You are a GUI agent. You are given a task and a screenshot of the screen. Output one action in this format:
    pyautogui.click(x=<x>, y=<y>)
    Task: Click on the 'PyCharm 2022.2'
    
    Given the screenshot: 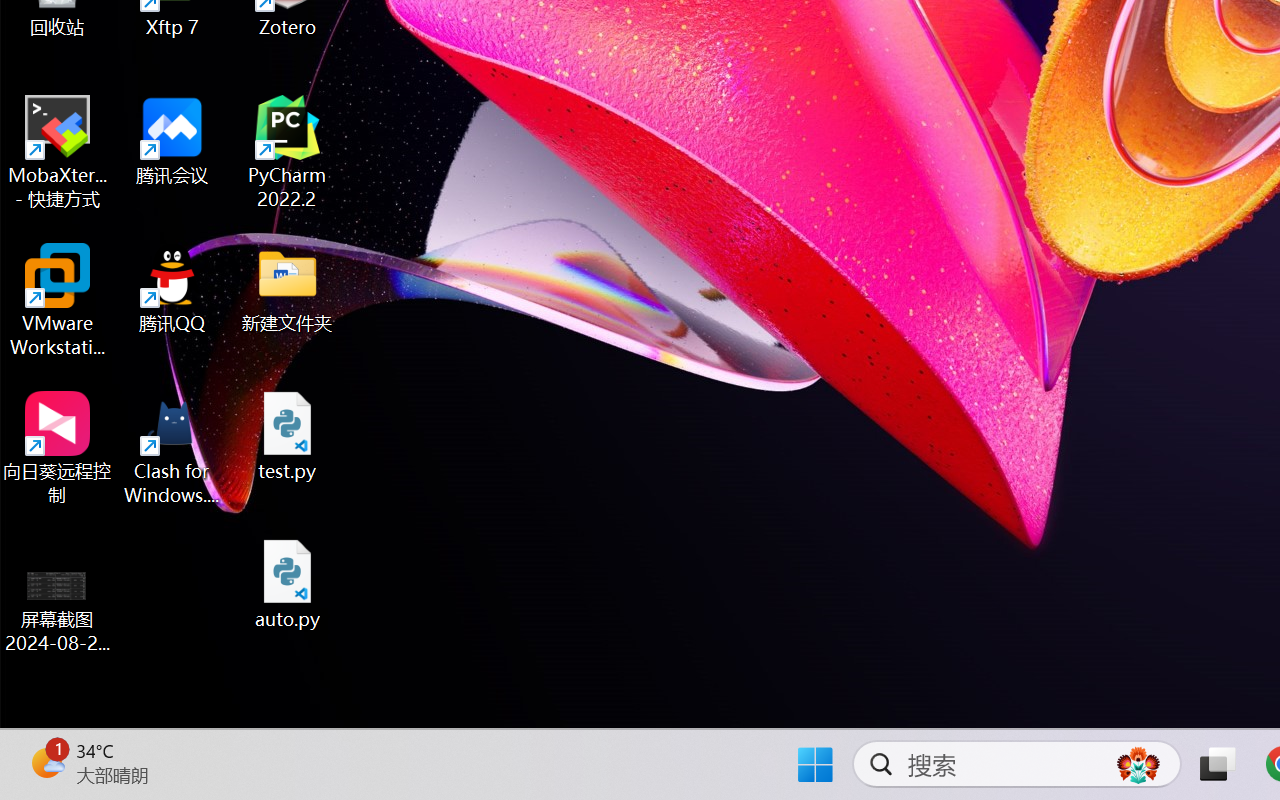 What is the action you would take?
    pyautogui.click(x=287, y=152)
    